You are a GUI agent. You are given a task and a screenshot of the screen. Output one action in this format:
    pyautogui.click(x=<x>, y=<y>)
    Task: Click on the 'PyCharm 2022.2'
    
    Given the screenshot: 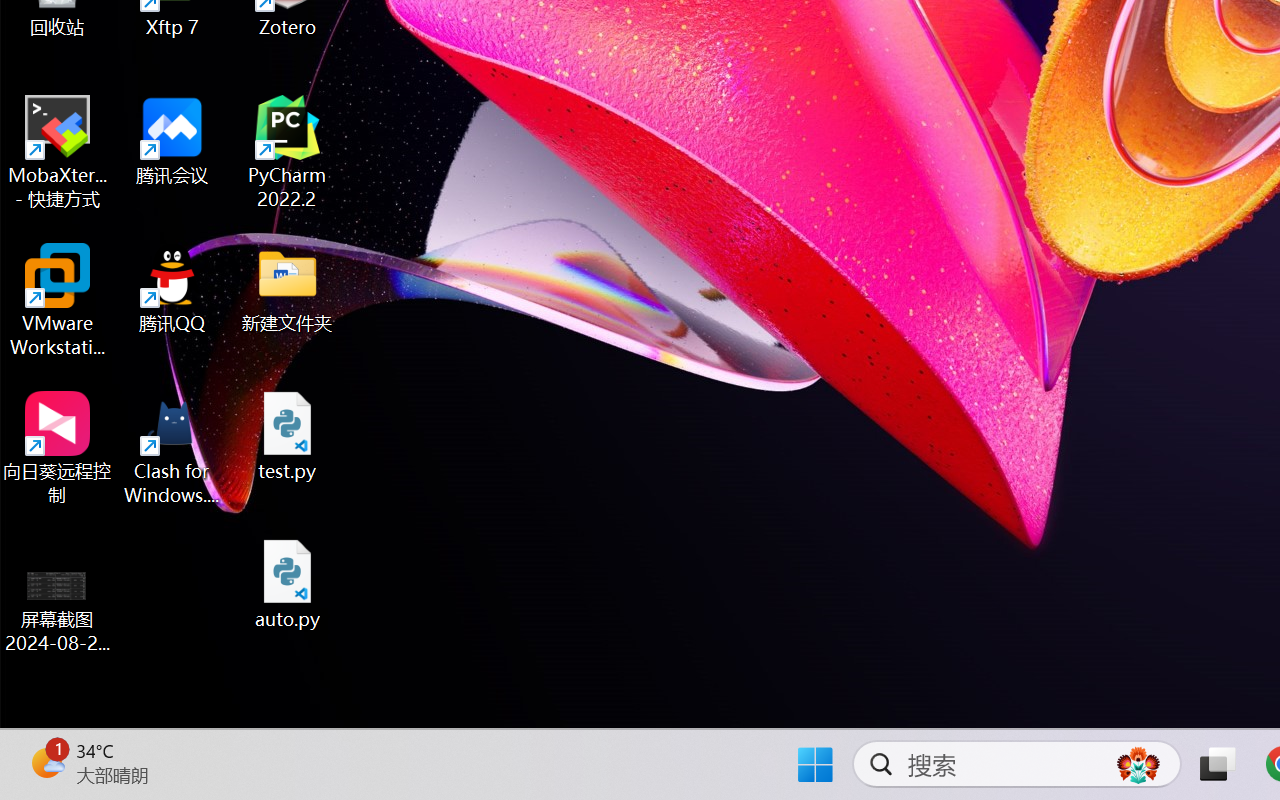 What is the action you would take?
    pyautogui.click(x=287, y=152)
    